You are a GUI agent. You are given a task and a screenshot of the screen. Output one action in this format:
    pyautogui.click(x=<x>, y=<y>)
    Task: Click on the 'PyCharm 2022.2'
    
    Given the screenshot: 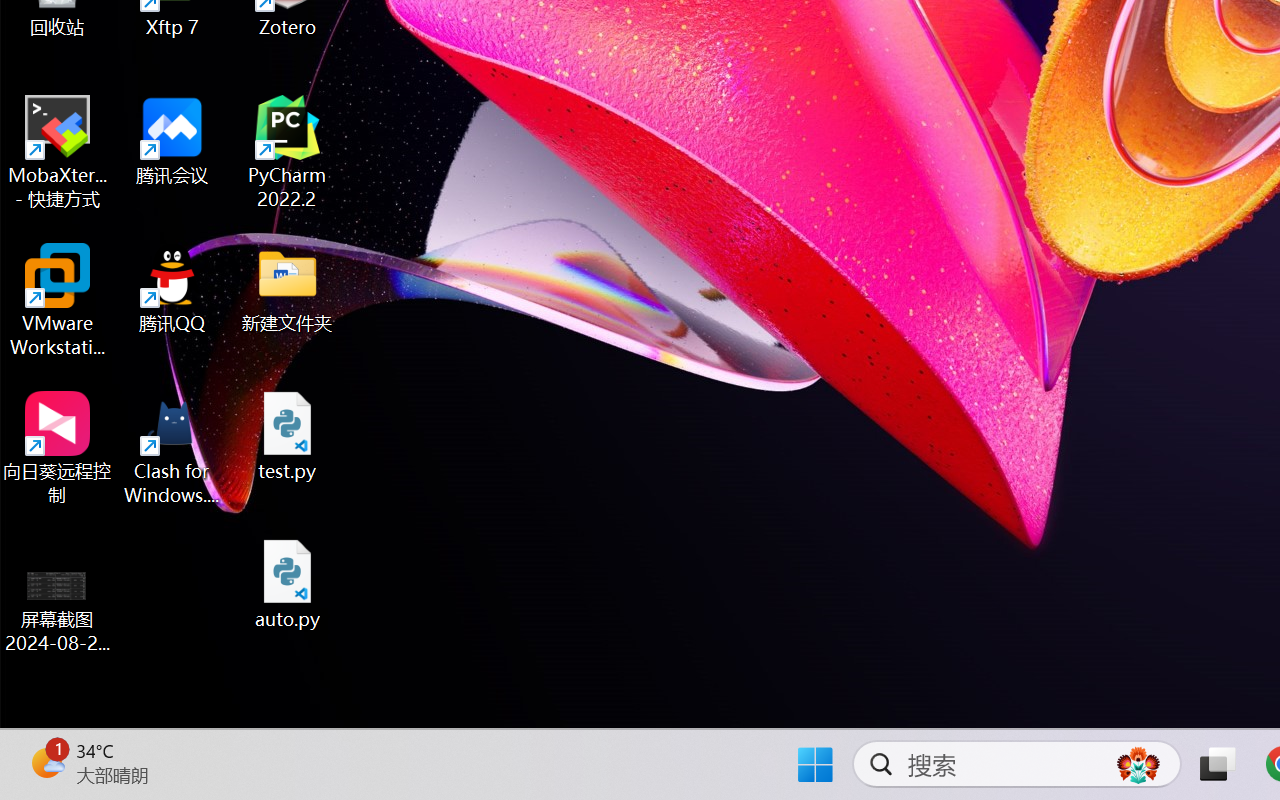 What is the action you would take?
    pyautogui.click(x=287, y=152)
    